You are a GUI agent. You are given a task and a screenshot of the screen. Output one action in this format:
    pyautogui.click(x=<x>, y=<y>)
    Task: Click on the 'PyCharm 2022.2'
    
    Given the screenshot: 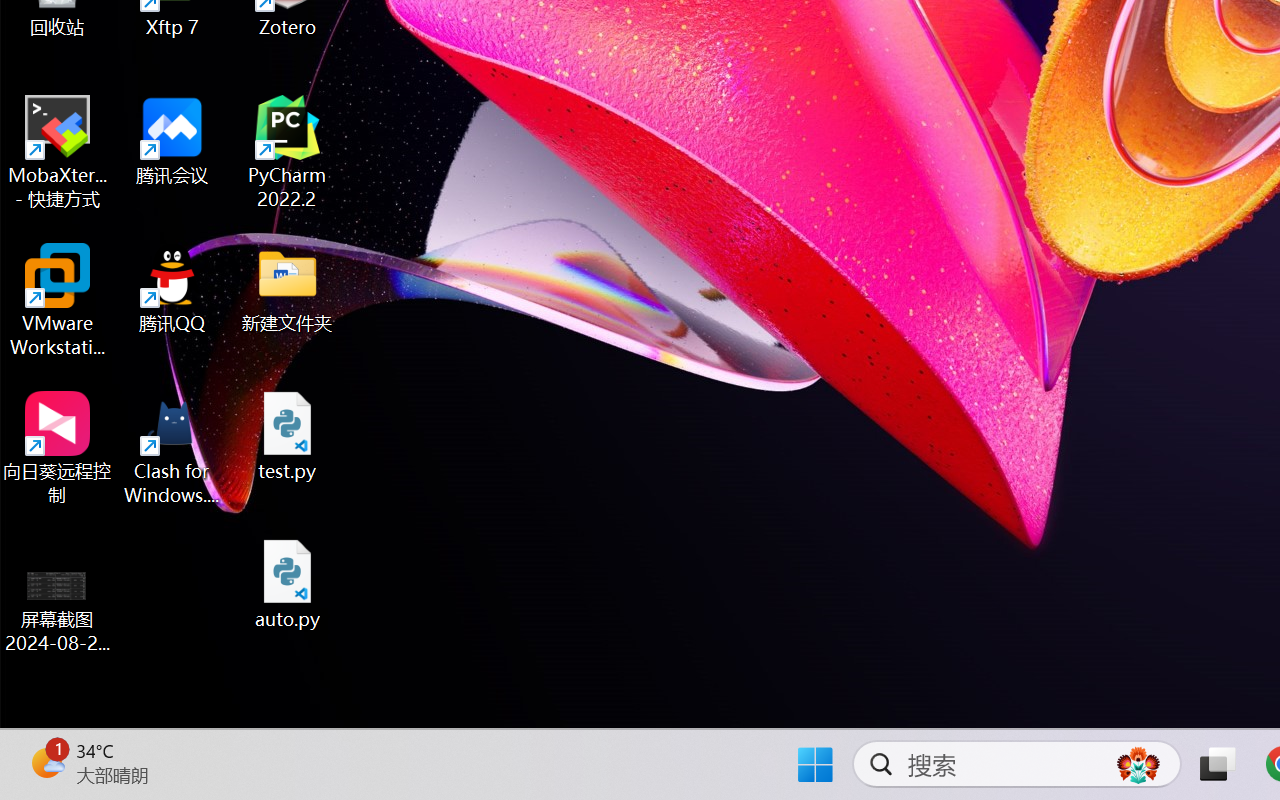 What is the action you would take?
    pyautogui.click(x=287, y=152)
    